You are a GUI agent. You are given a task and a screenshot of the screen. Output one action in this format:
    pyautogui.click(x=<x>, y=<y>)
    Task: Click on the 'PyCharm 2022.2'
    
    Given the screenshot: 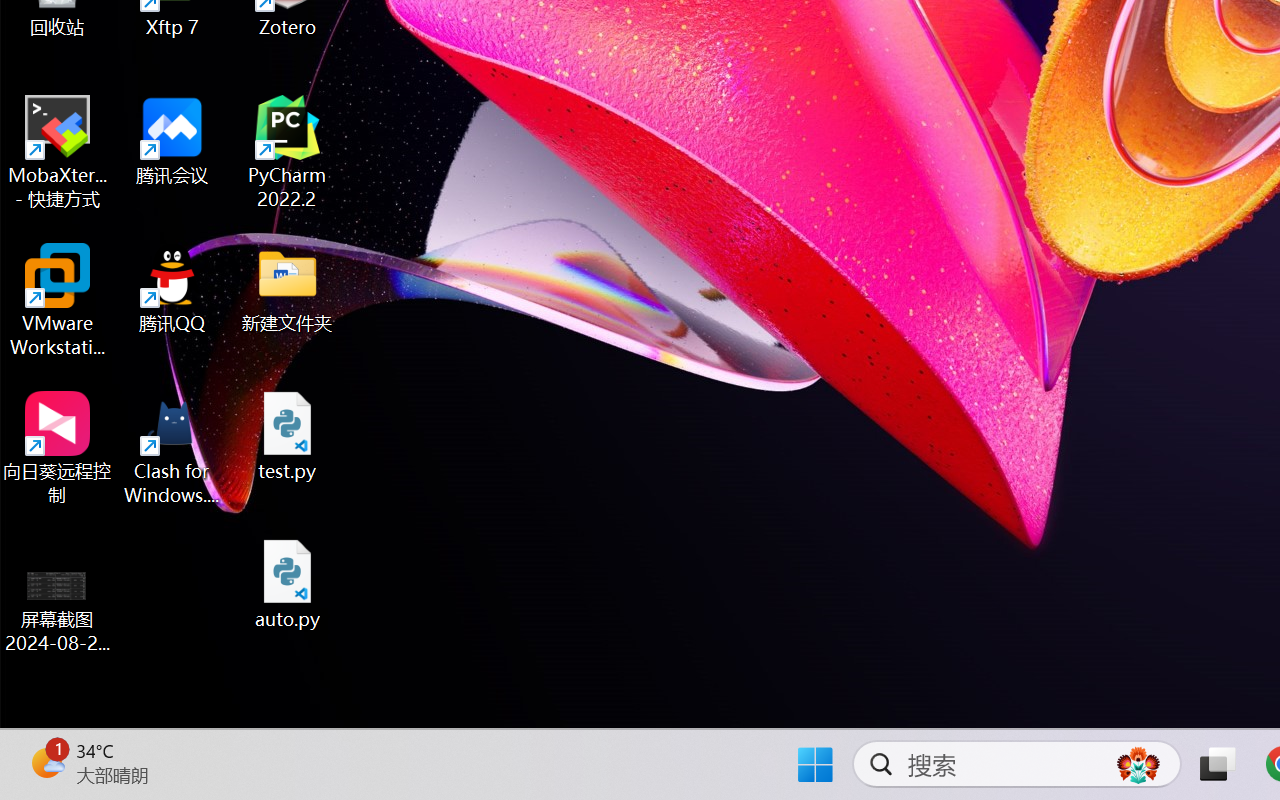 What is the action you would take?
    pyautogui.click(x=287, y=152)
    